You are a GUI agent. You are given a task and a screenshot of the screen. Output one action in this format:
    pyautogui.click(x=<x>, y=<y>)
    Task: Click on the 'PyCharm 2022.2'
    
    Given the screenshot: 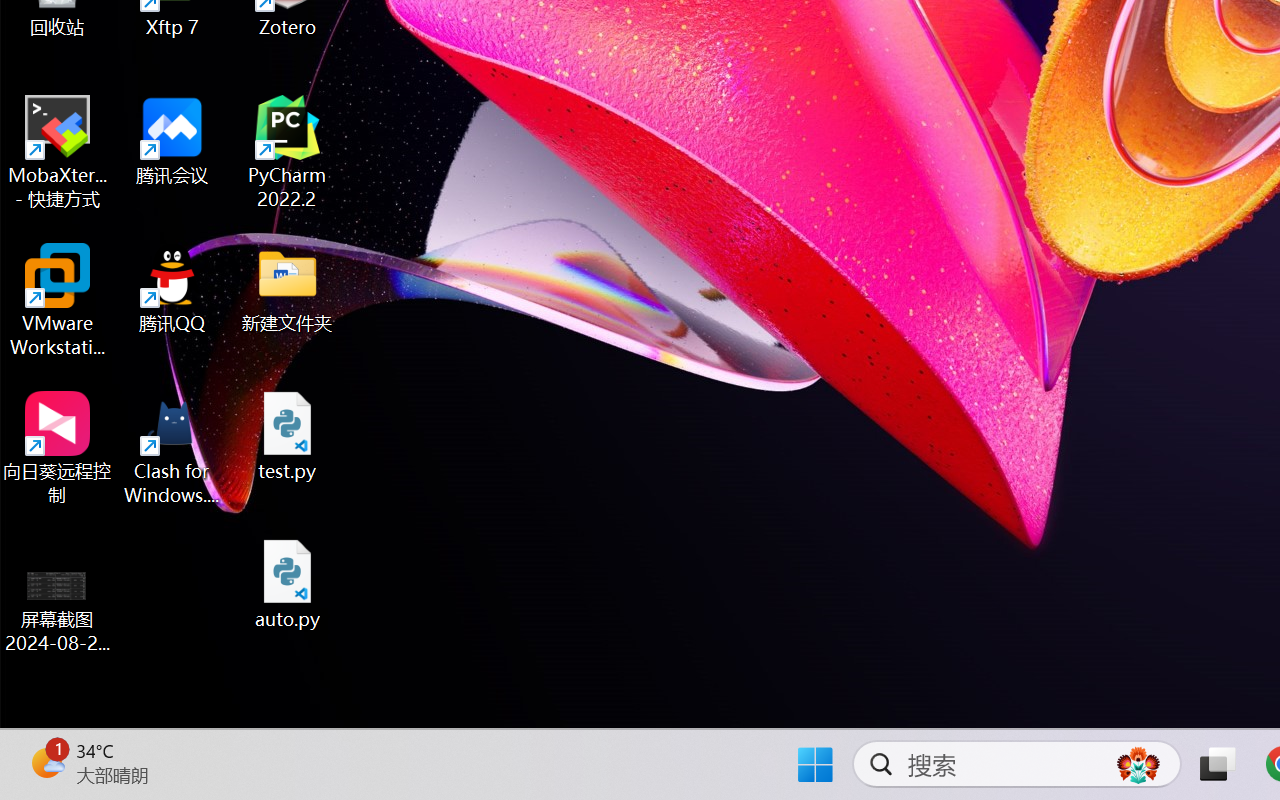 What is the action you would take?
    pyautogui.click(x=287, y=152)
    